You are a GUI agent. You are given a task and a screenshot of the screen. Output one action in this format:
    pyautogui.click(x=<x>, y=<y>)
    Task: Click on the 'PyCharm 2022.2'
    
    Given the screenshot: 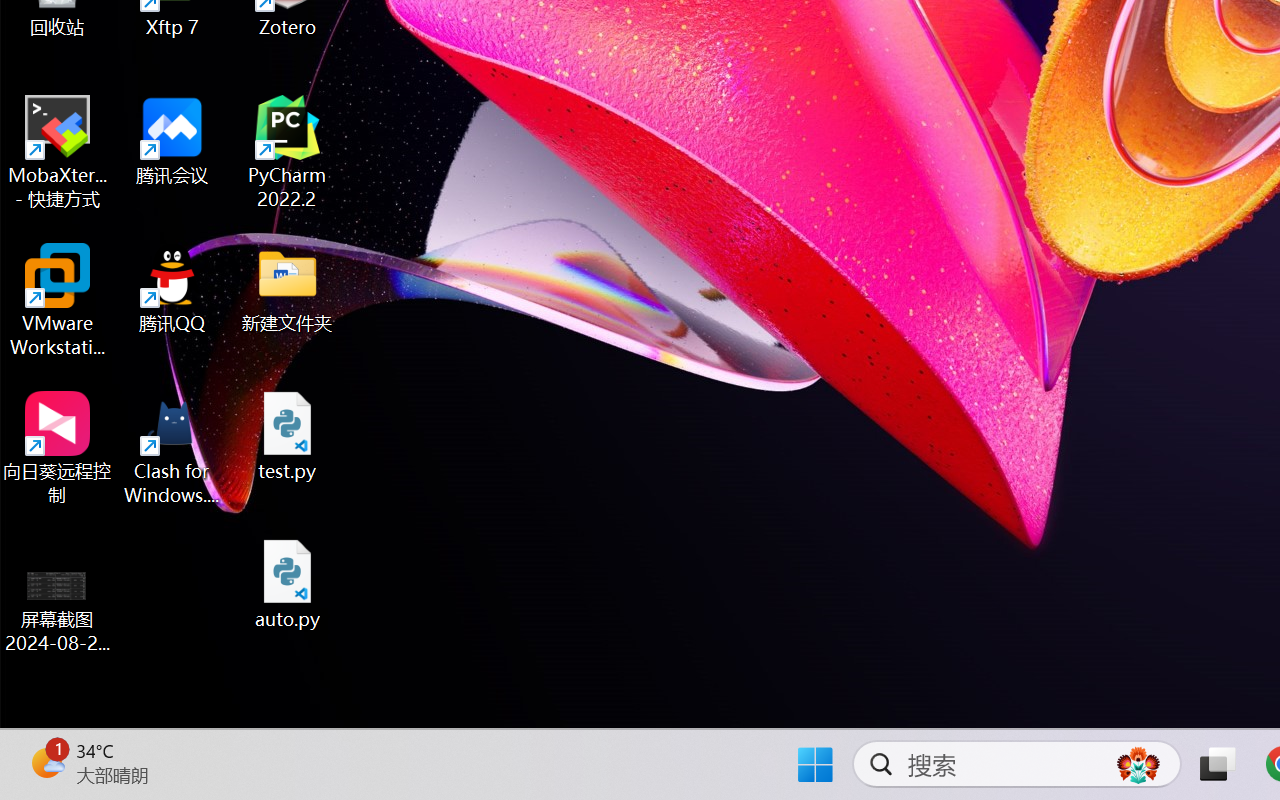 What is the action you would take?
    pyautogui.click(x=287, y=152)
    